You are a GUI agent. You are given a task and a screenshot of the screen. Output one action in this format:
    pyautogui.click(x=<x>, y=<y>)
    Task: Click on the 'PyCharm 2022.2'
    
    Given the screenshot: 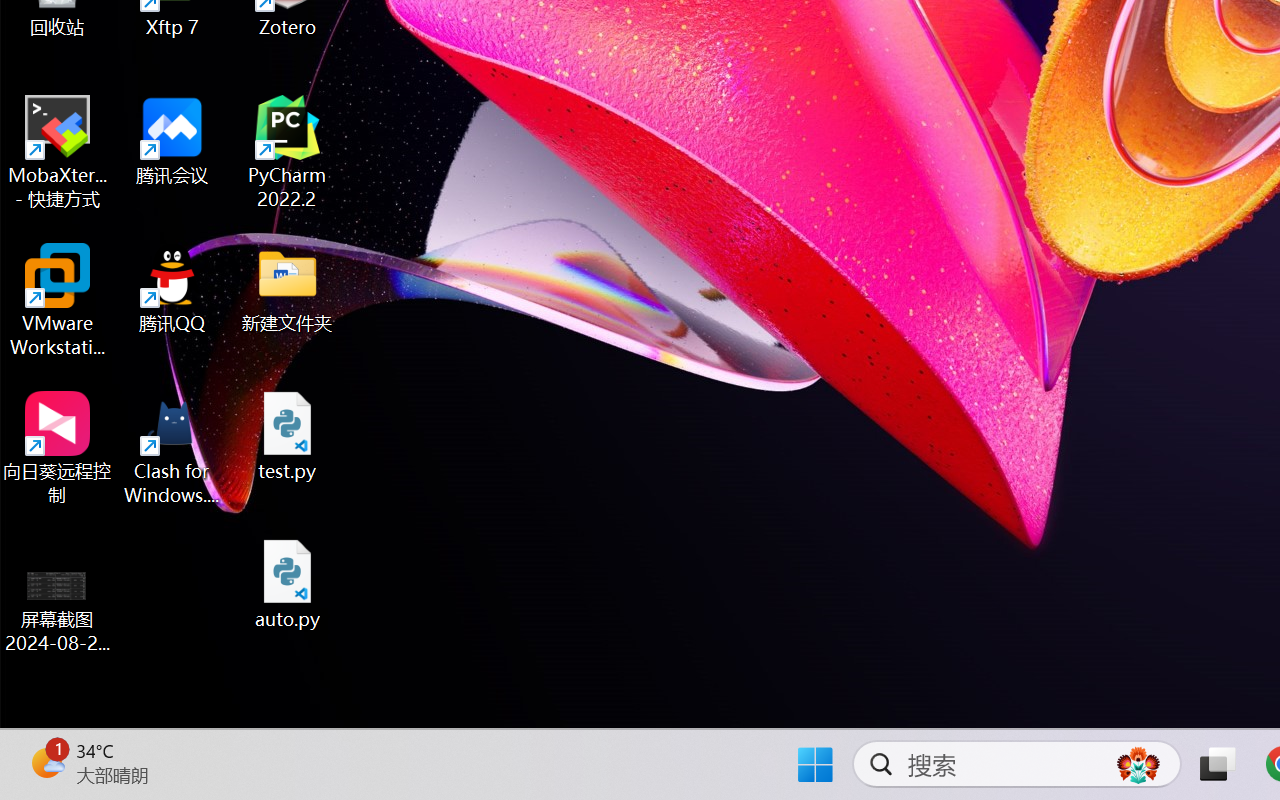 What is the action you would take?
    pyautogui.click(x=287, y=152)
    